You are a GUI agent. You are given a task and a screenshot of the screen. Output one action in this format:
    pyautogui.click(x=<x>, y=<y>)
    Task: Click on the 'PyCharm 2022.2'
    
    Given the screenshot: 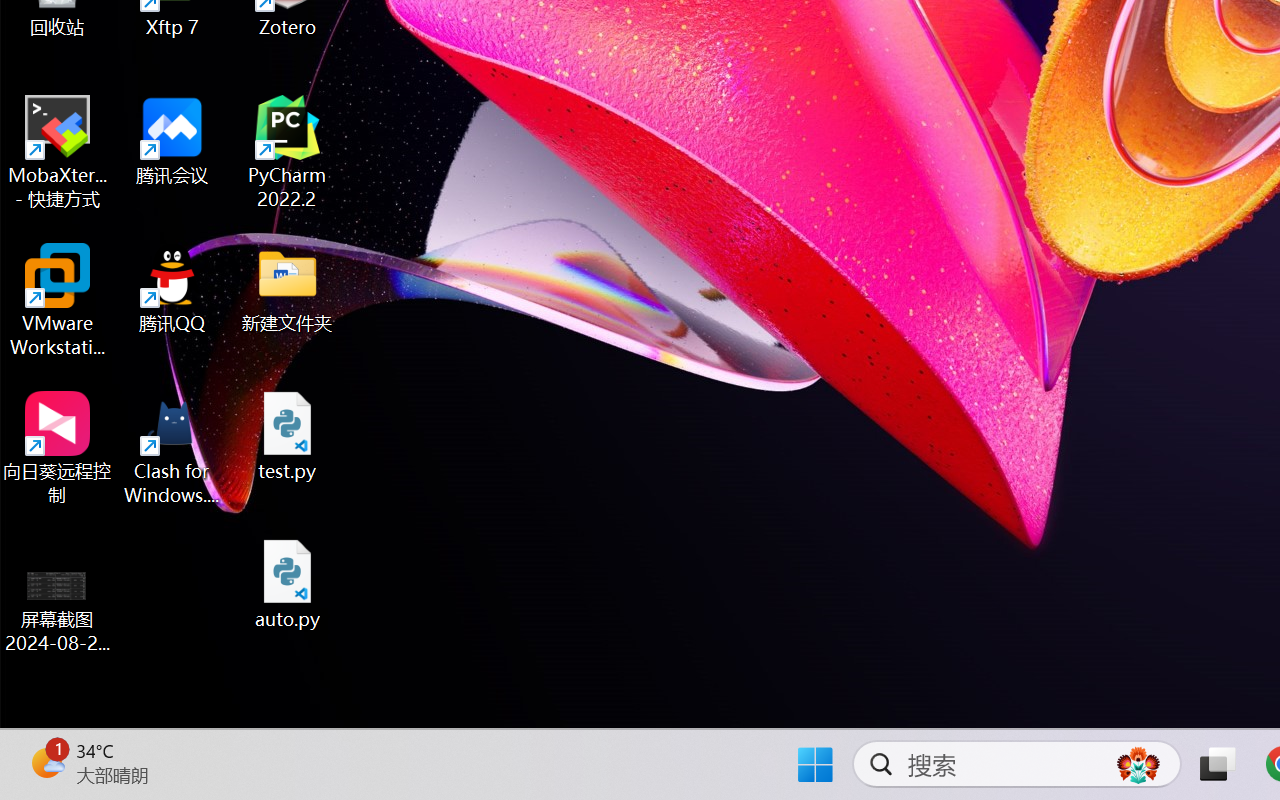 What is the action you would take?
    pyautogui.click(x=287, y=152)
    